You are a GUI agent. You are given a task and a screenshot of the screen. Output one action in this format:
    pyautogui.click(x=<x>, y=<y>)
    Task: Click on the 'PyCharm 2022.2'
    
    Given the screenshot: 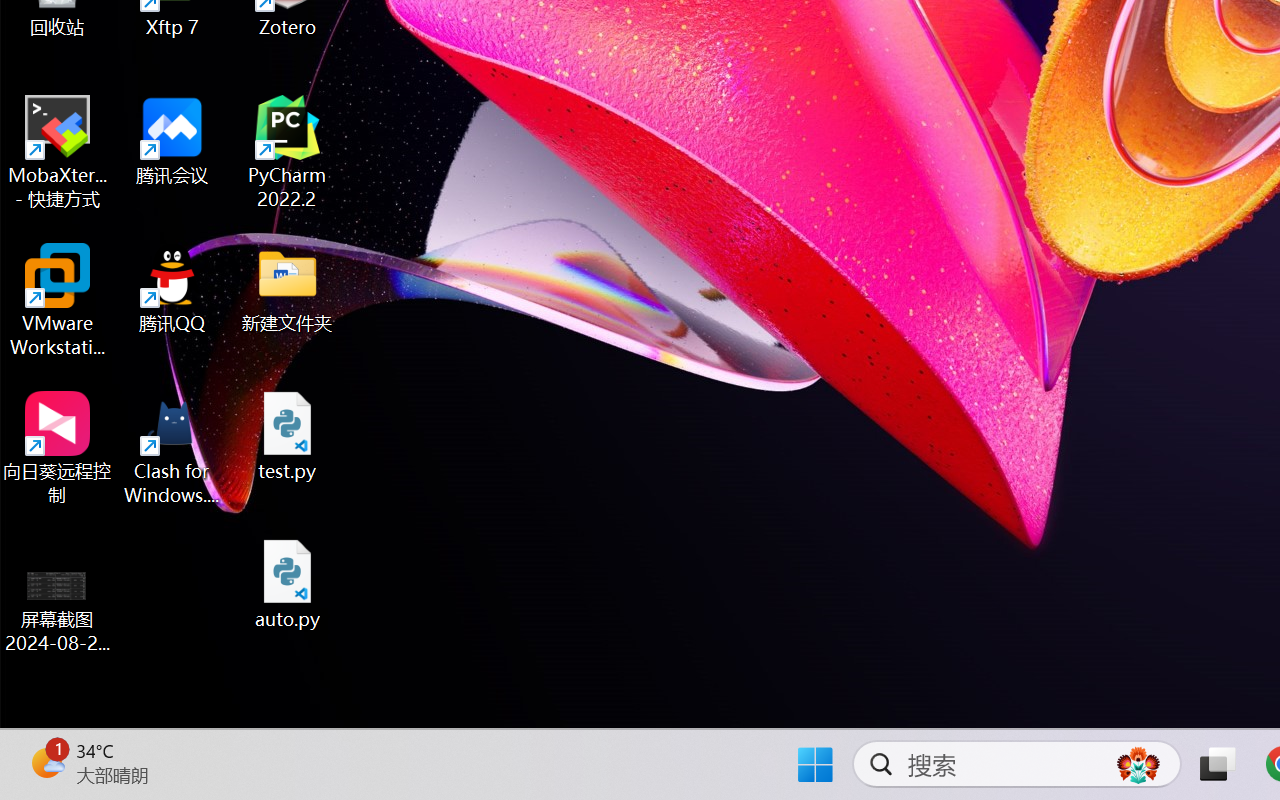 What is the action you would take?
    pyautogui.click(x=287, y=152)
    